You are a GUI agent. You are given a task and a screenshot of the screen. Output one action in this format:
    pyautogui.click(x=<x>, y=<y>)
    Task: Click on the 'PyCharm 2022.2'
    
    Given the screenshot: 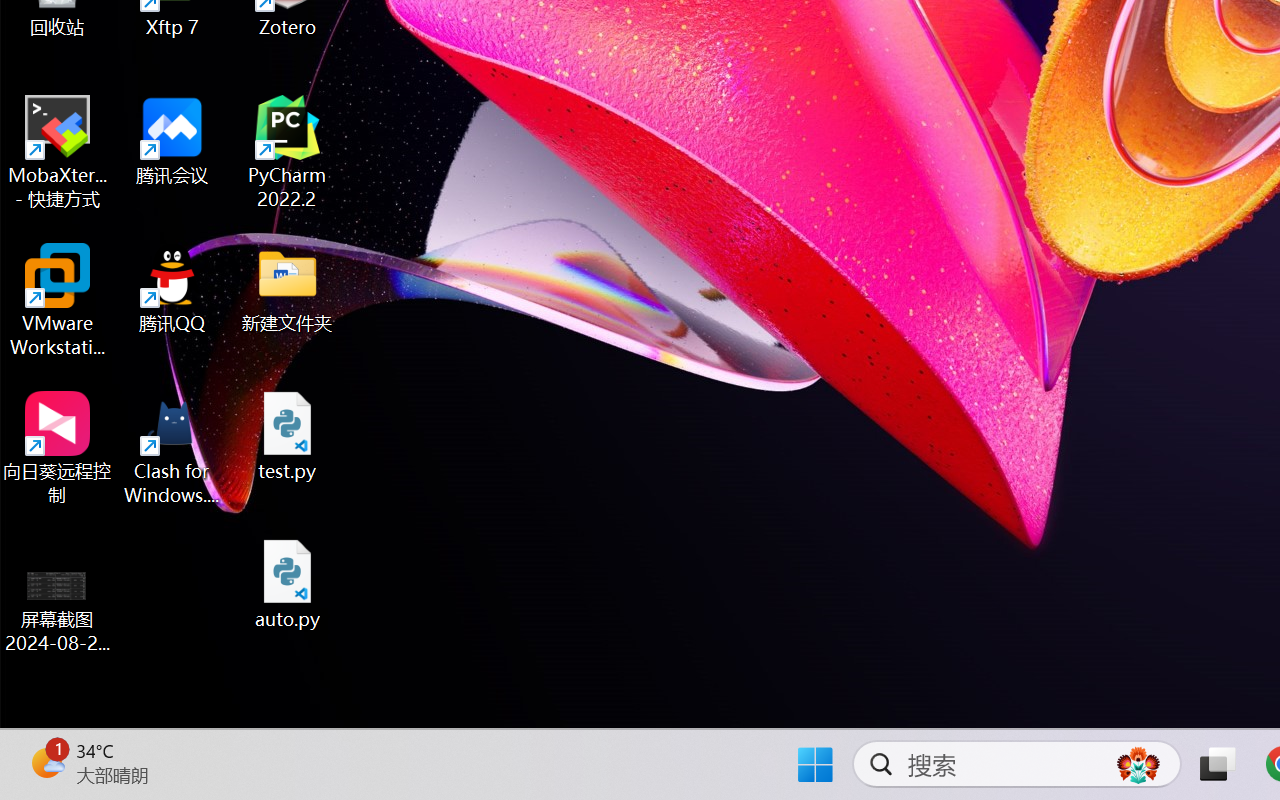 What is the action you would take?
    pyautogui.click(x=287, y=152)
    